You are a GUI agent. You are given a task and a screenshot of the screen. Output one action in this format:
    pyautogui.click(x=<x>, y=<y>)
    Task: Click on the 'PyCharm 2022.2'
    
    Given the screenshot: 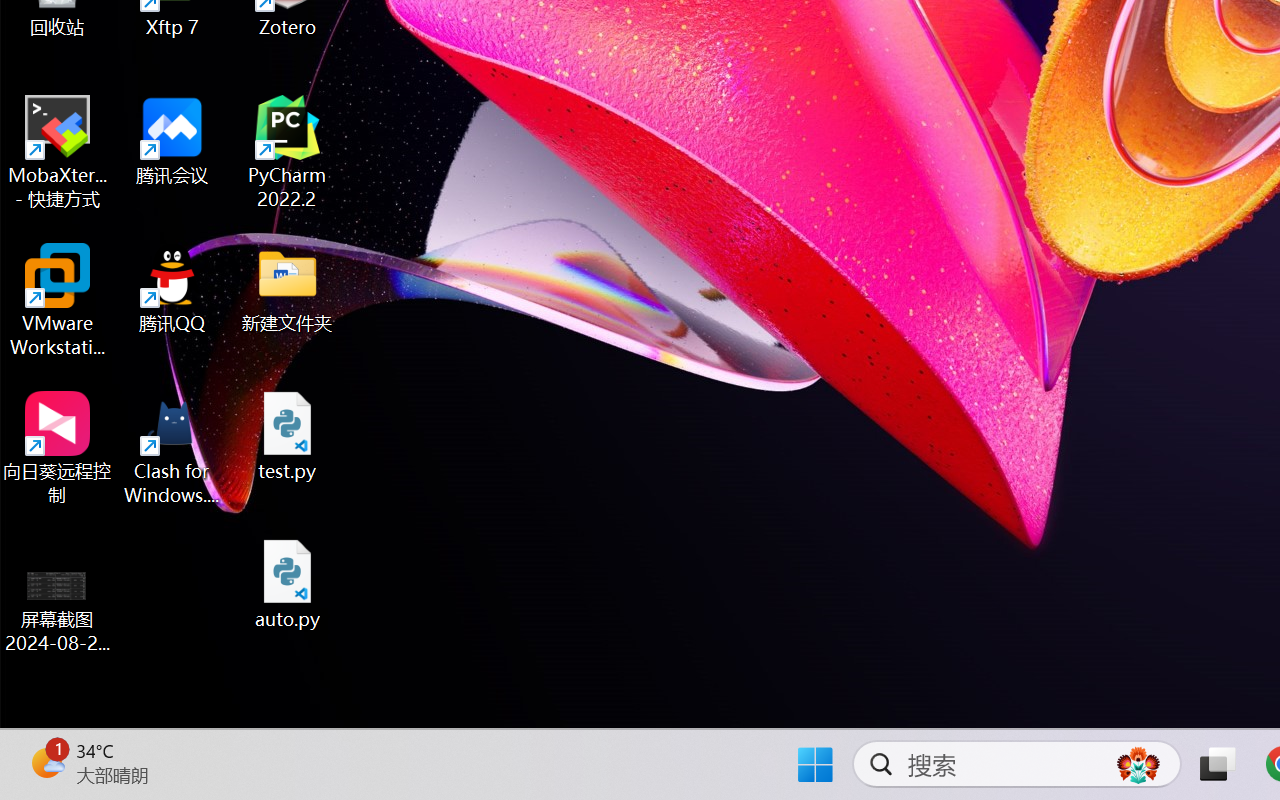 What is the action you would take?
    pyautogui.click(x=287, y=152)
    